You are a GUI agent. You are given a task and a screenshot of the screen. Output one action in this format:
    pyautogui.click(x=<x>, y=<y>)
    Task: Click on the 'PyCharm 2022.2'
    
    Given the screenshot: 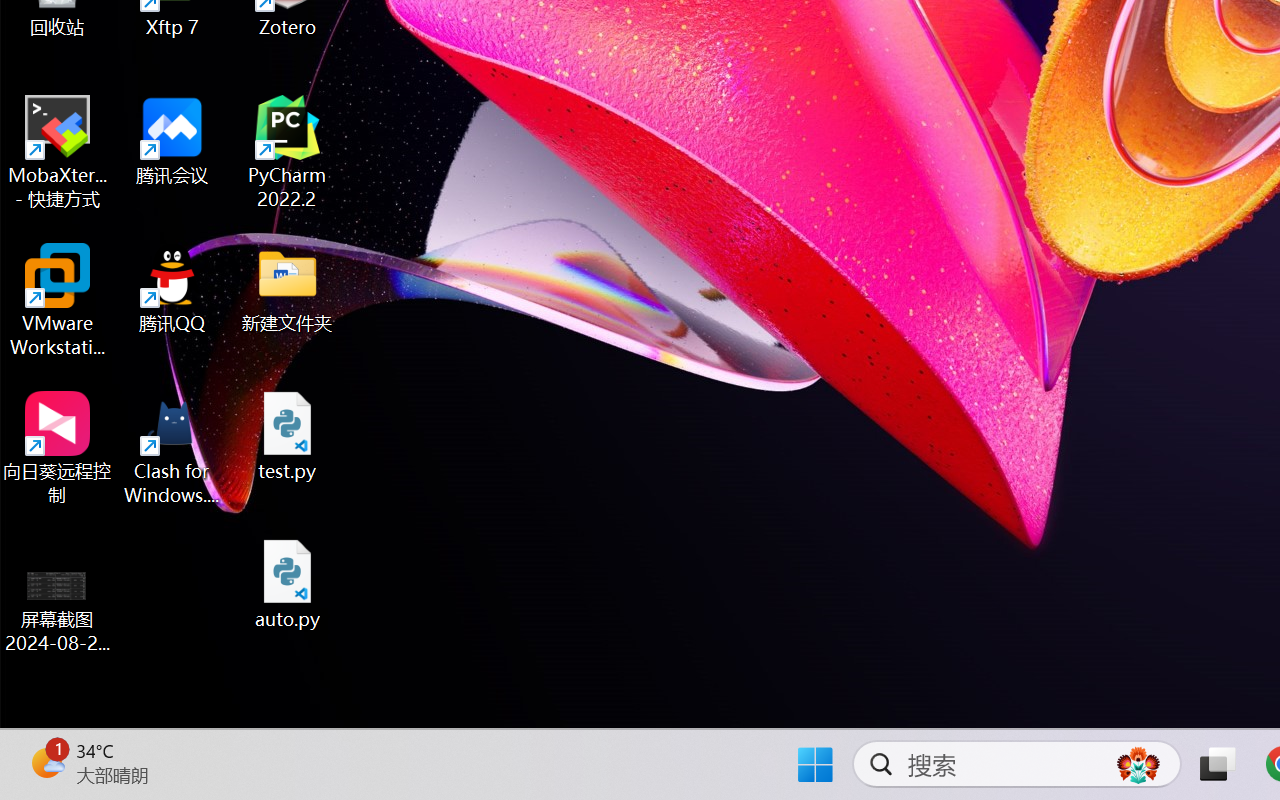 What is the action you would take?
    pyautogui.click(x=287, y=152)
    